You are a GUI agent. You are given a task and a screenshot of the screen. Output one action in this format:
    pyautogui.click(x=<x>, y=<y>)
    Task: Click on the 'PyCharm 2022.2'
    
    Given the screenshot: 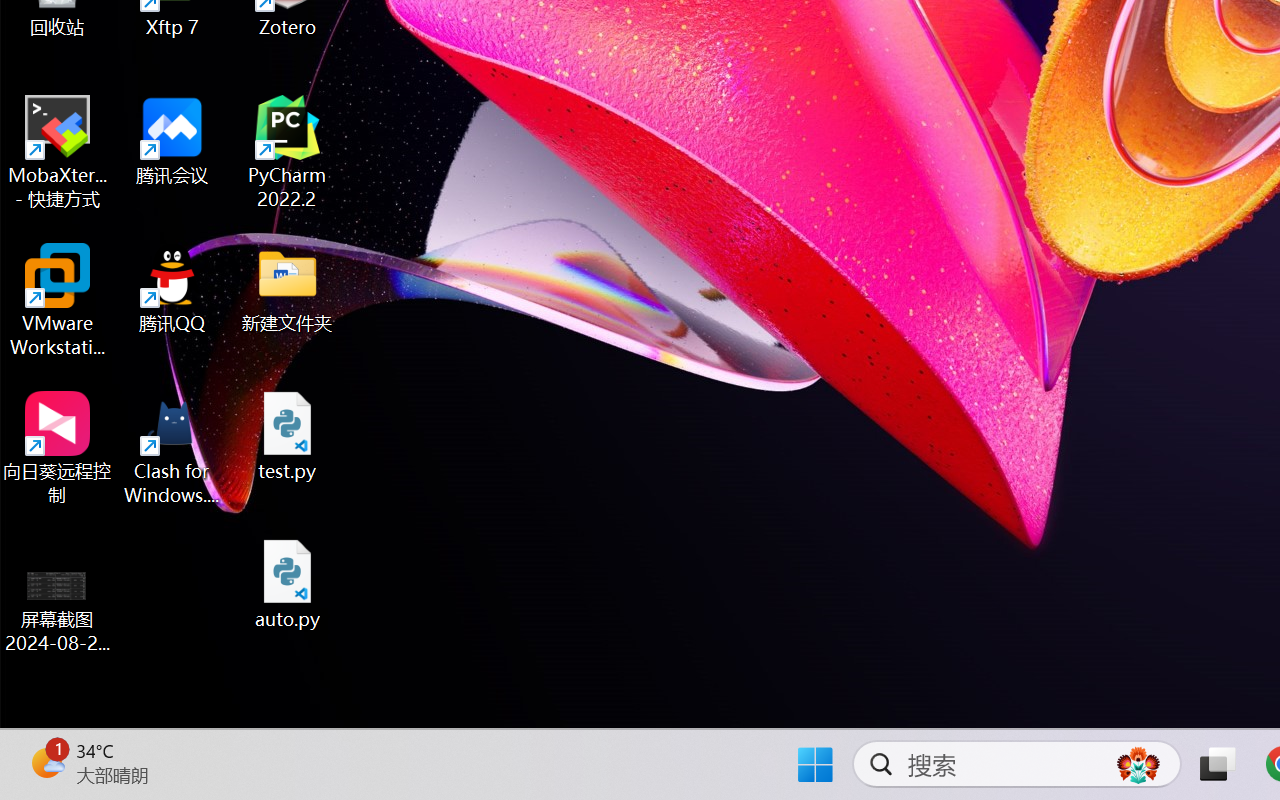 What is the action you would take?
    pyautogui.click(x=287, y=152)
    